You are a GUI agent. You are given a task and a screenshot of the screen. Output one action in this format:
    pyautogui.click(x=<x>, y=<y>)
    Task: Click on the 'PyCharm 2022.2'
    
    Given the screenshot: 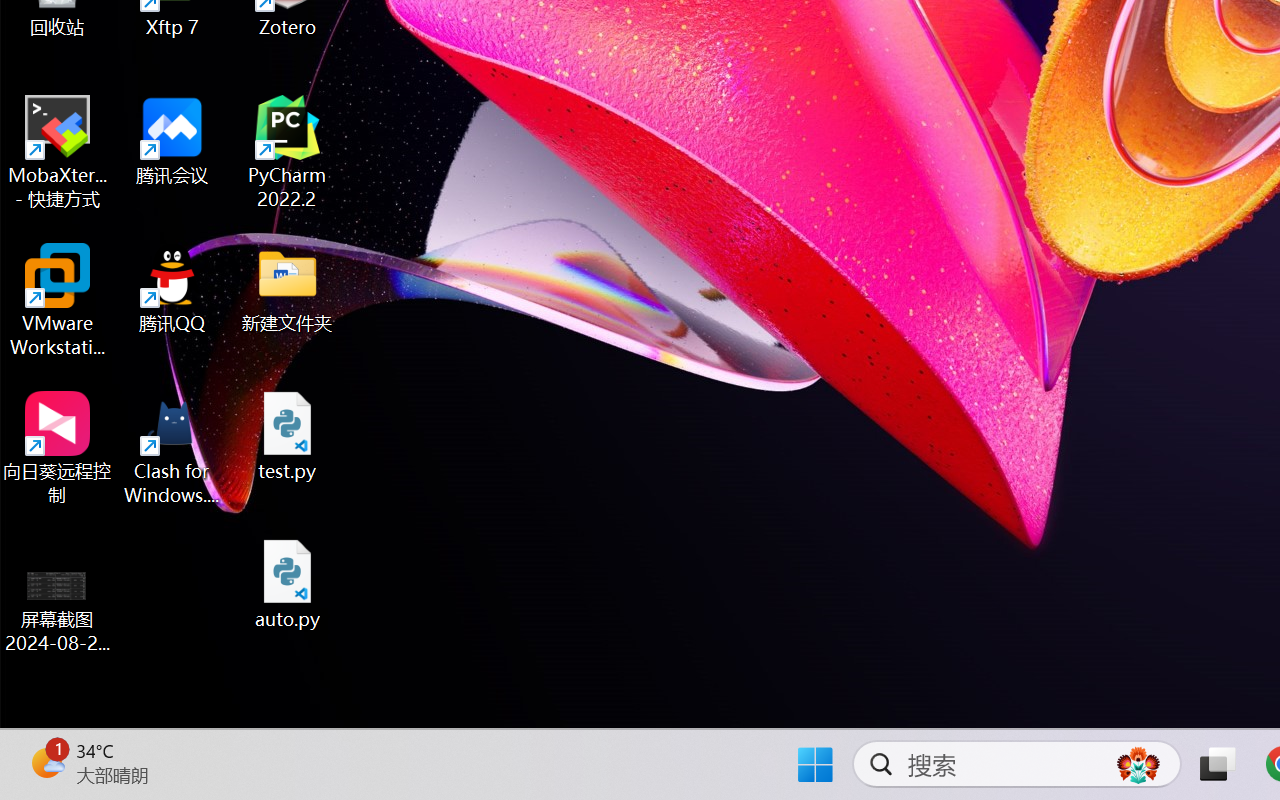 What is the action you would take?
    pyautogui.click(x=287, y=152)
    